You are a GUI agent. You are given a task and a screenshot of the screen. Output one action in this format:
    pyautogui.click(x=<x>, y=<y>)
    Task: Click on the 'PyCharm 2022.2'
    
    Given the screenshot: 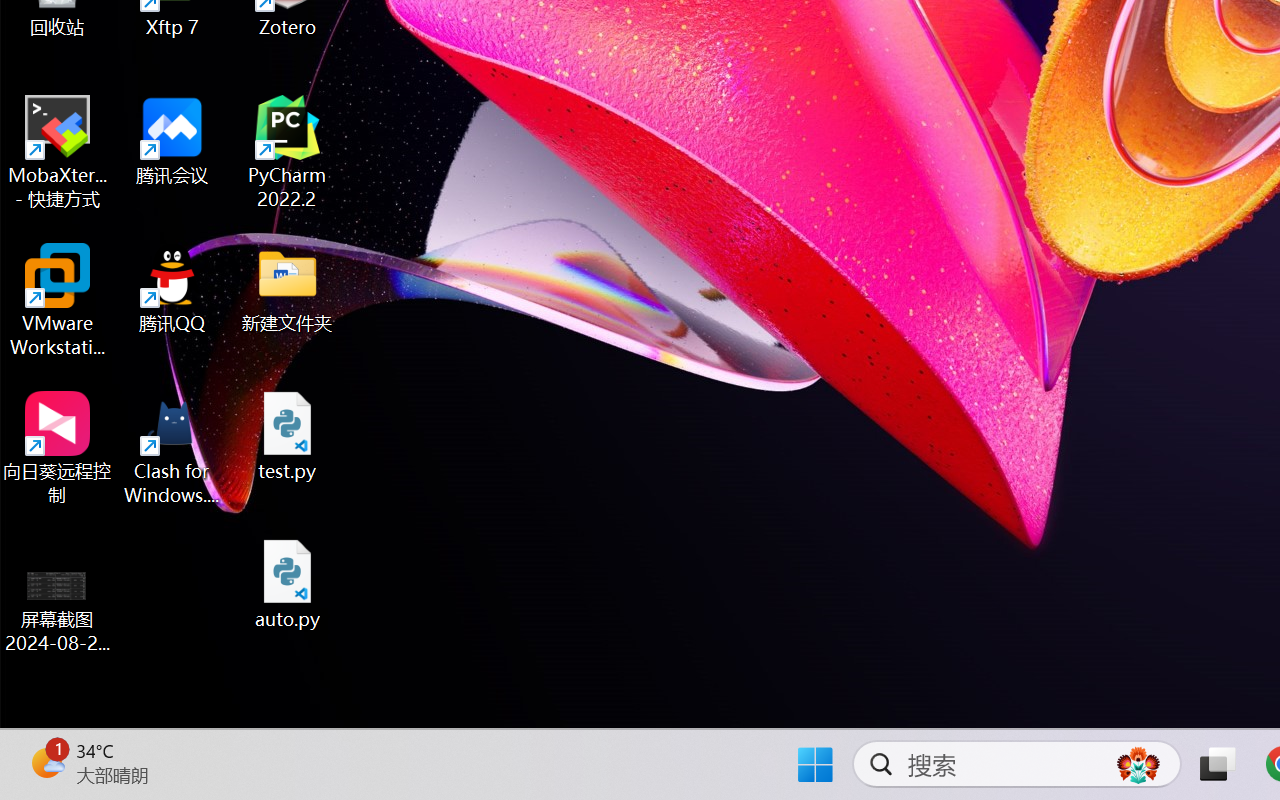 What is the action you would take?
    pyautogui.click(x=287, y=152)
    